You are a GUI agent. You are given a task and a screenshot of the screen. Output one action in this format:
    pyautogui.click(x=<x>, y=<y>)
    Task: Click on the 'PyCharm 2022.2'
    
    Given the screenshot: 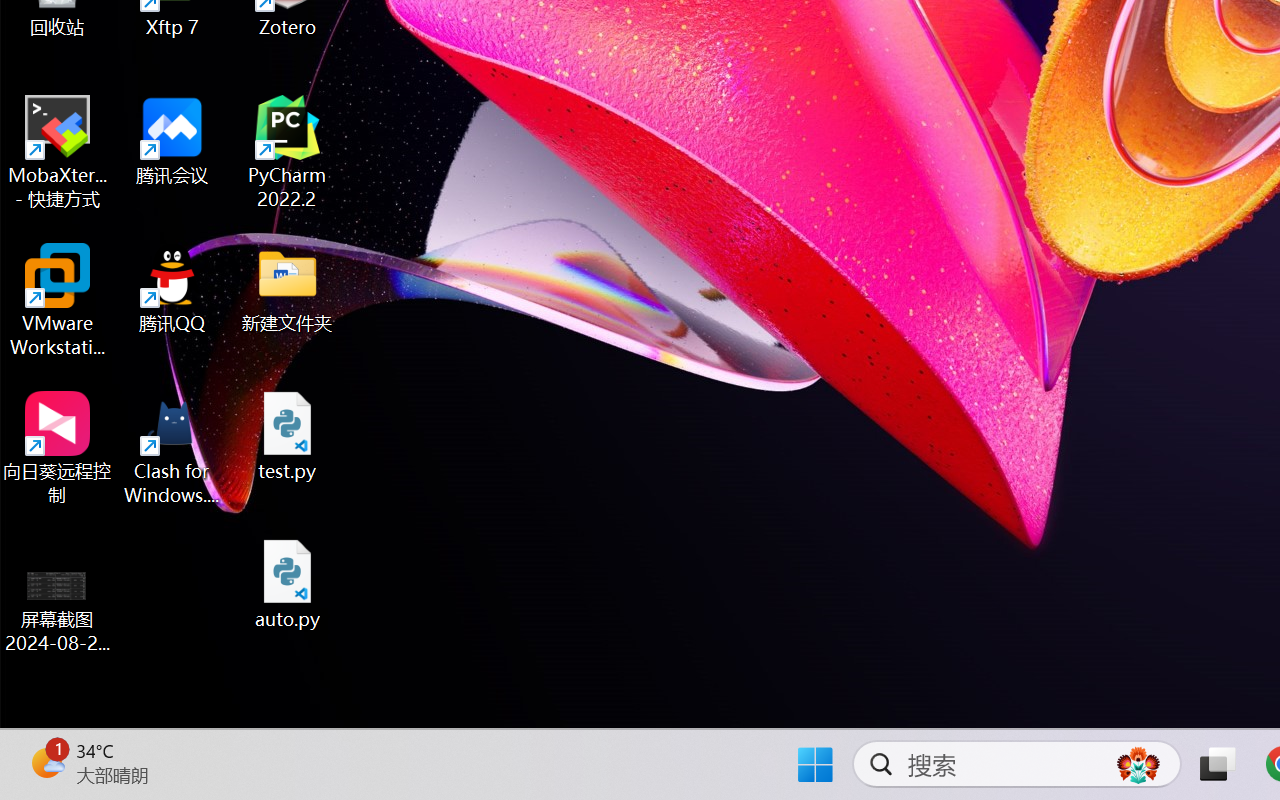 What is the action you would take?
    pyautogui.click(x=287, y=152)
    